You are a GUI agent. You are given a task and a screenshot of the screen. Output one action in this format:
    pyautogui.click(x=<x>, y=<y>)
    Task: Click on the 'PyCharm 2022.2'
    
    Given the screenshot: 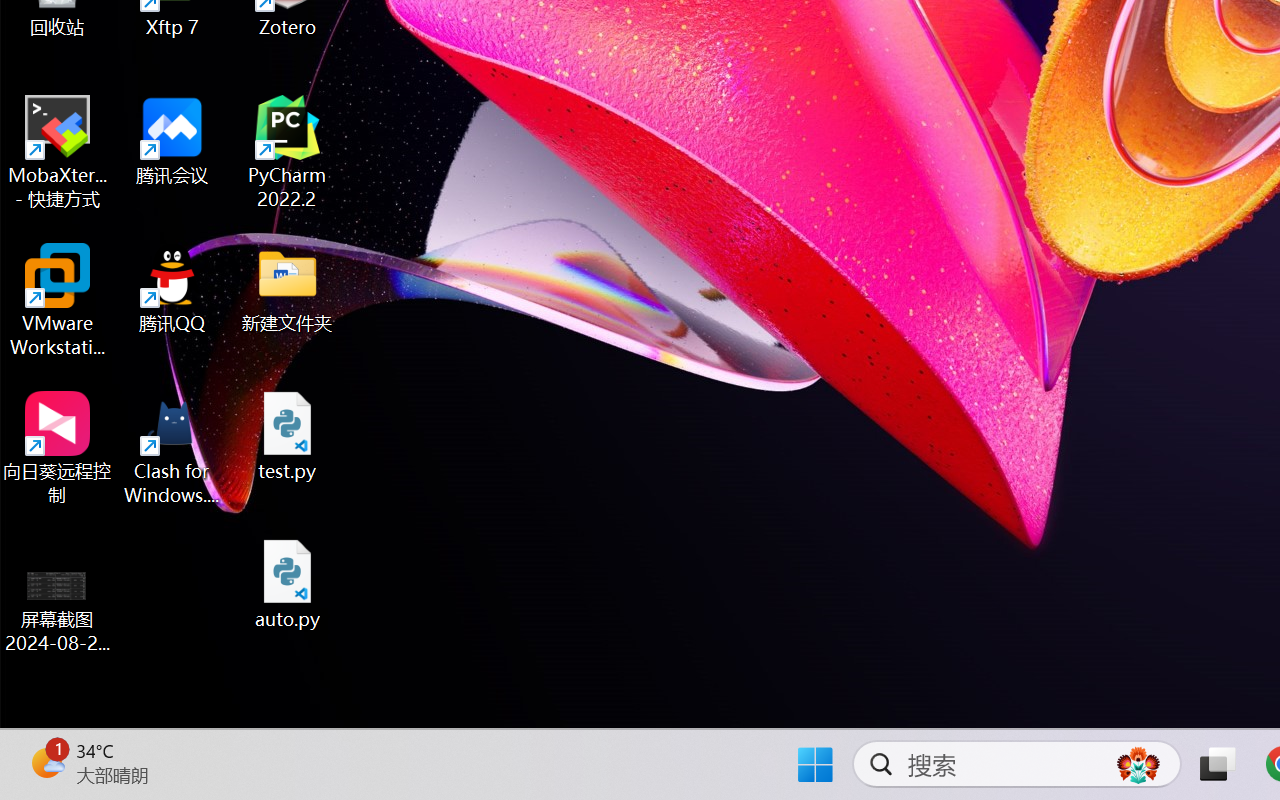 What is the action you would take?
    pyautogui.click(x=287, y=152)
    